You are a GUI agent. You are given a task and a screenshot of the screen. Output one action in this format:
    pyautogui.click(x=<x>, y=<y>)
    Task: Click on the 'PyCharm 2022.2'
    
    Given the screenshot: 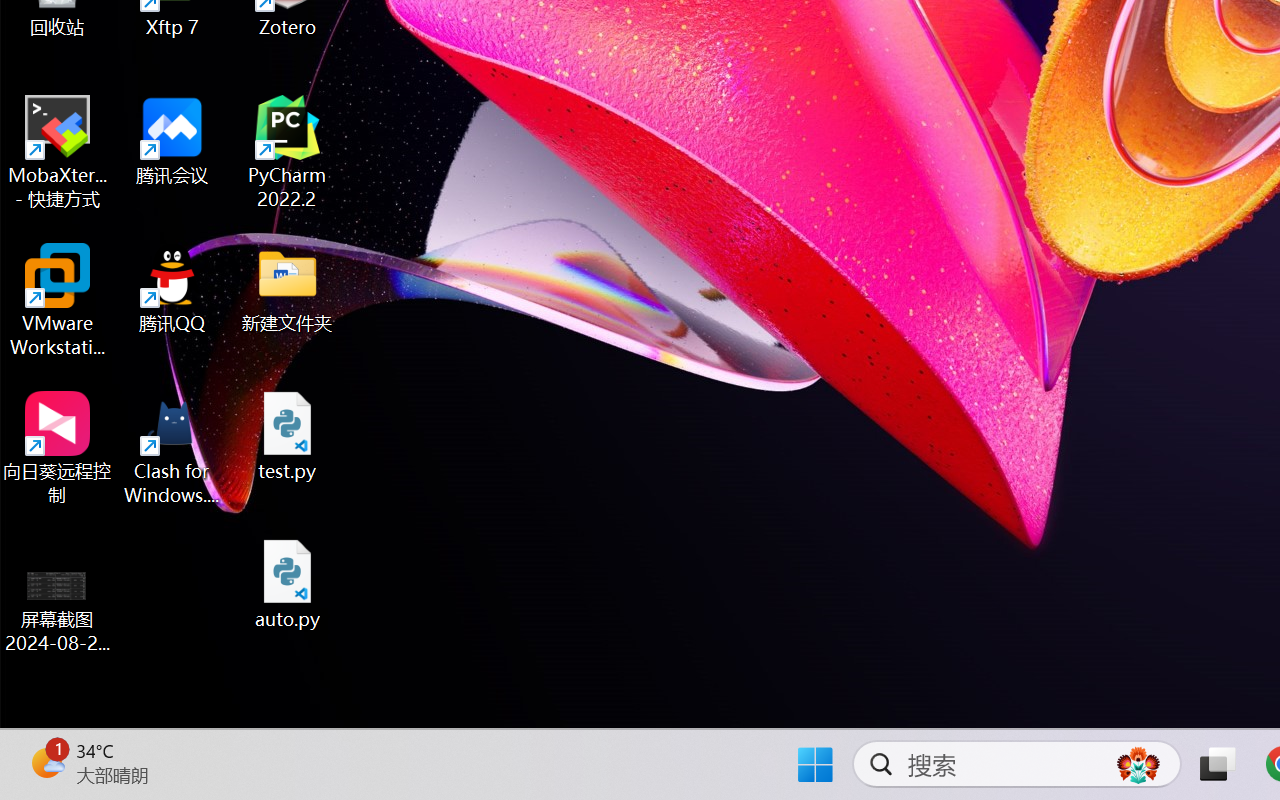 What is the action you would take?
    pyautogui.click(x=287, y=152)
    